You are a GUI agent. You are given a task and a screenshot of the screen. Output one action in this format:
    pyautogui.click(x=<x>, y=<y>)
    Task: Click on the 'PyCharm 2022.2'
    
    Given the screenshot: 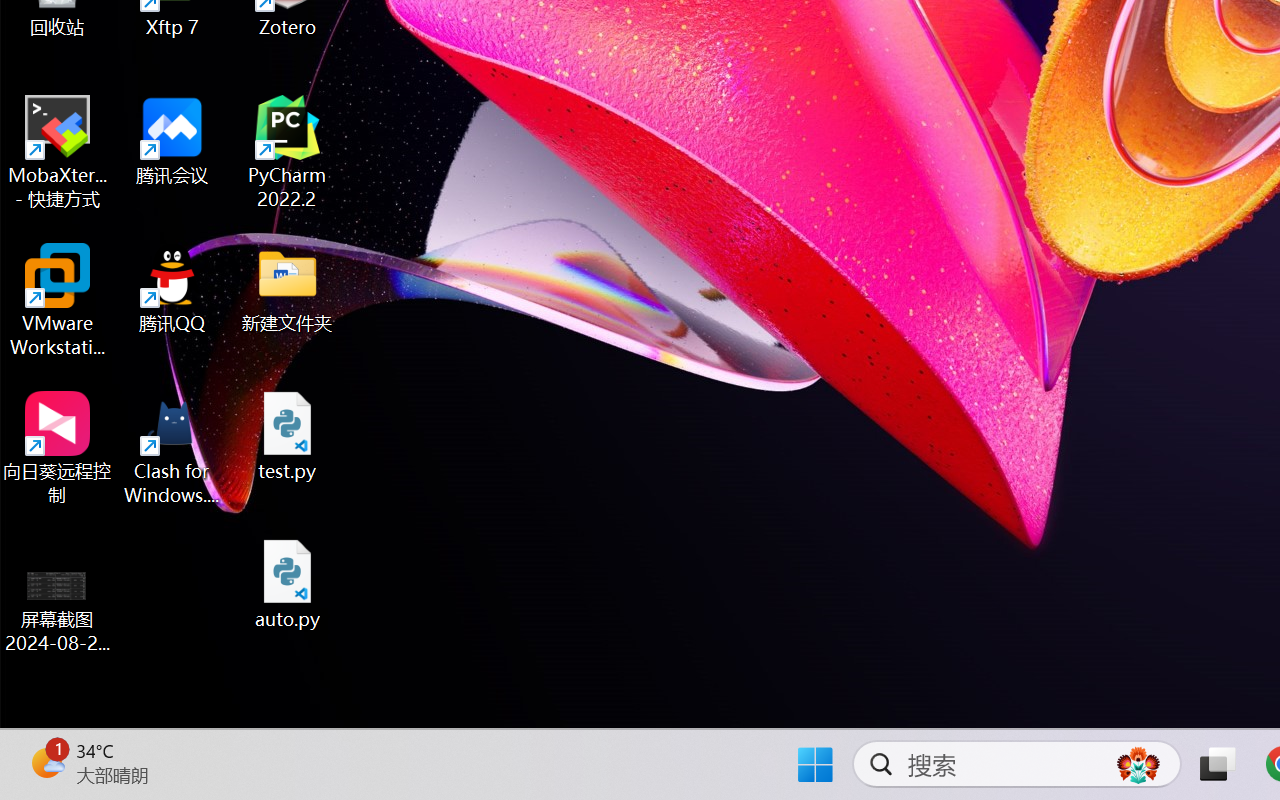 What is the action you would take?
    pyautogui.click(x=287, y=152)
    